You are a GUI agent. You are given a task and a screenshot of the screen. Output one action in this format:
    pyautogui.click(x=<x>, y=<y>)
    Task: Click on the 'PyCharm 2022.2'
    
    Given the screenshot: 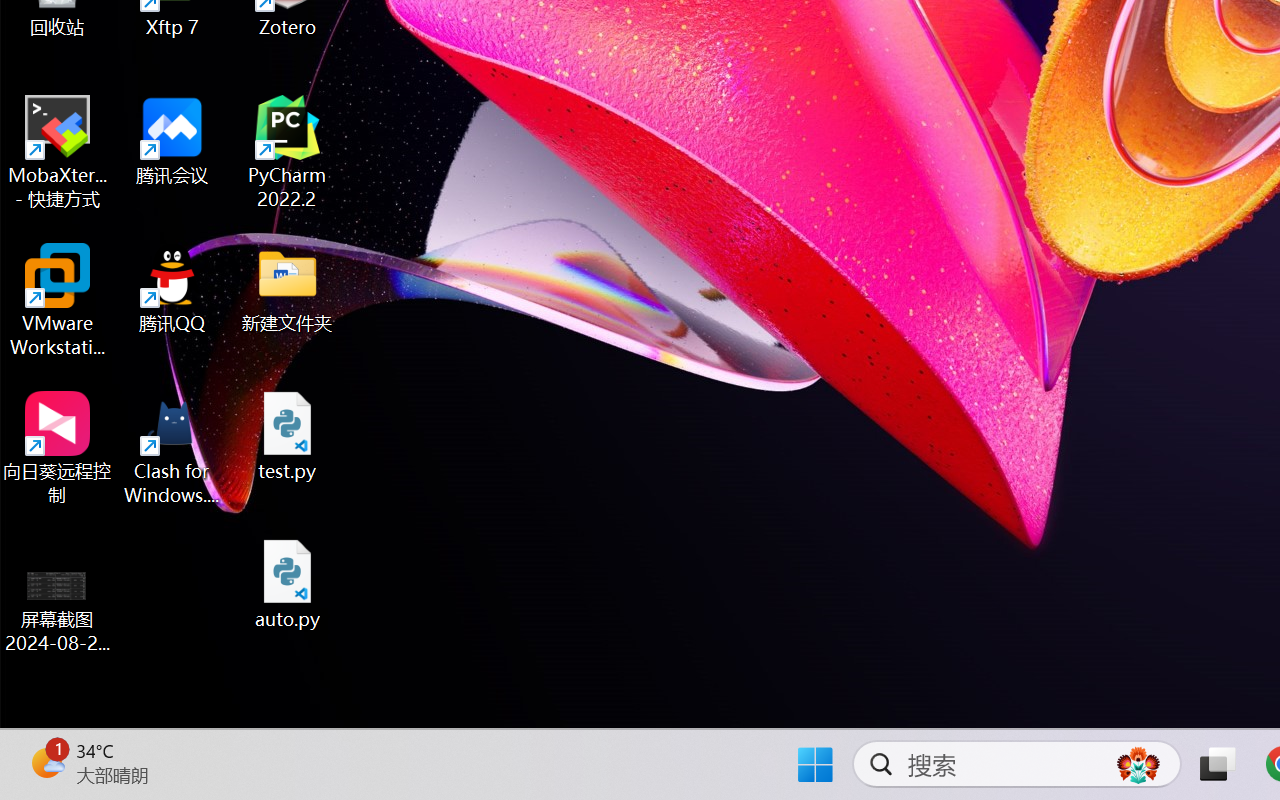 What is the action you would take?
    pyautogui.click(x=287, y=152)
    